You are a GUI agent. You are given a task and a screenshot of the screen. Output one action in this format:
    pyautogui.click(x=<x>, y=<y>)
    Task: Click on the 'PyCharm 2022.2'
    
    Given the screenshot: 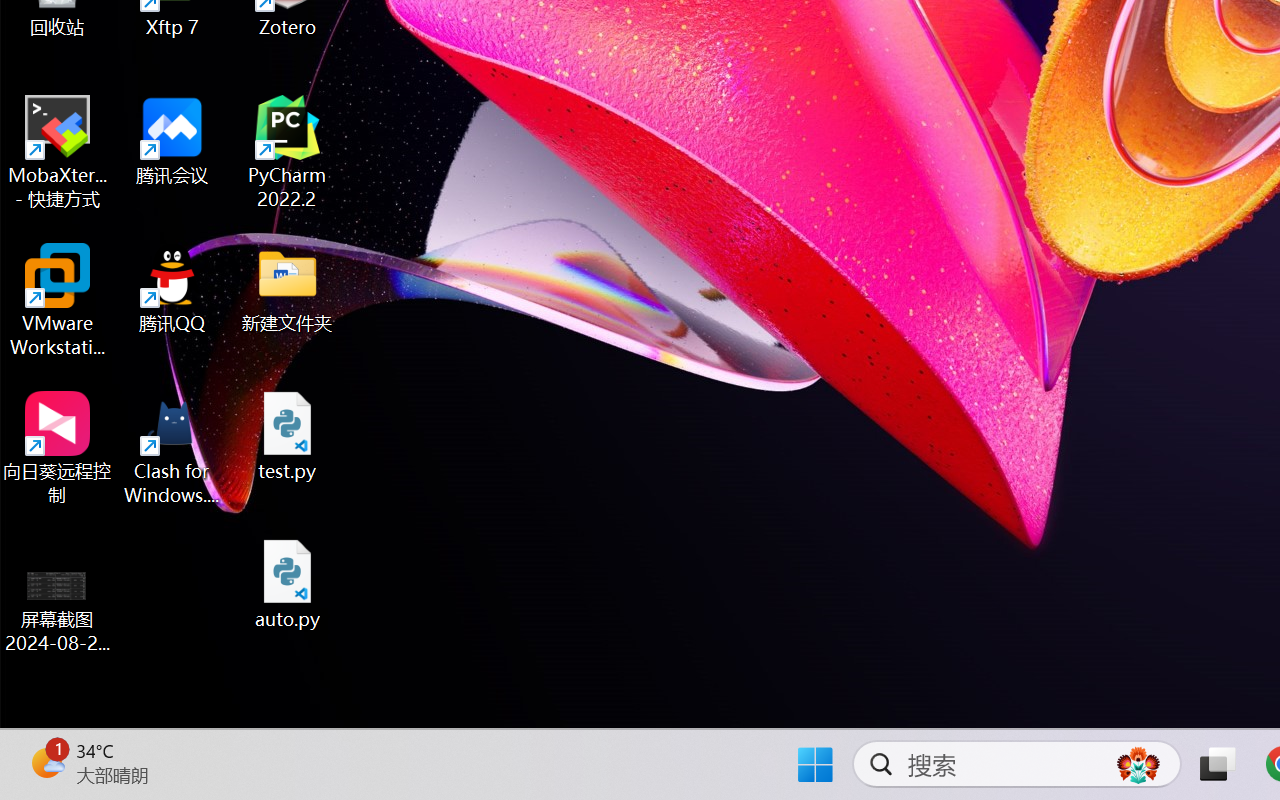 What is the action you would take?
    pyautogui.click(x=287, y=152)
    